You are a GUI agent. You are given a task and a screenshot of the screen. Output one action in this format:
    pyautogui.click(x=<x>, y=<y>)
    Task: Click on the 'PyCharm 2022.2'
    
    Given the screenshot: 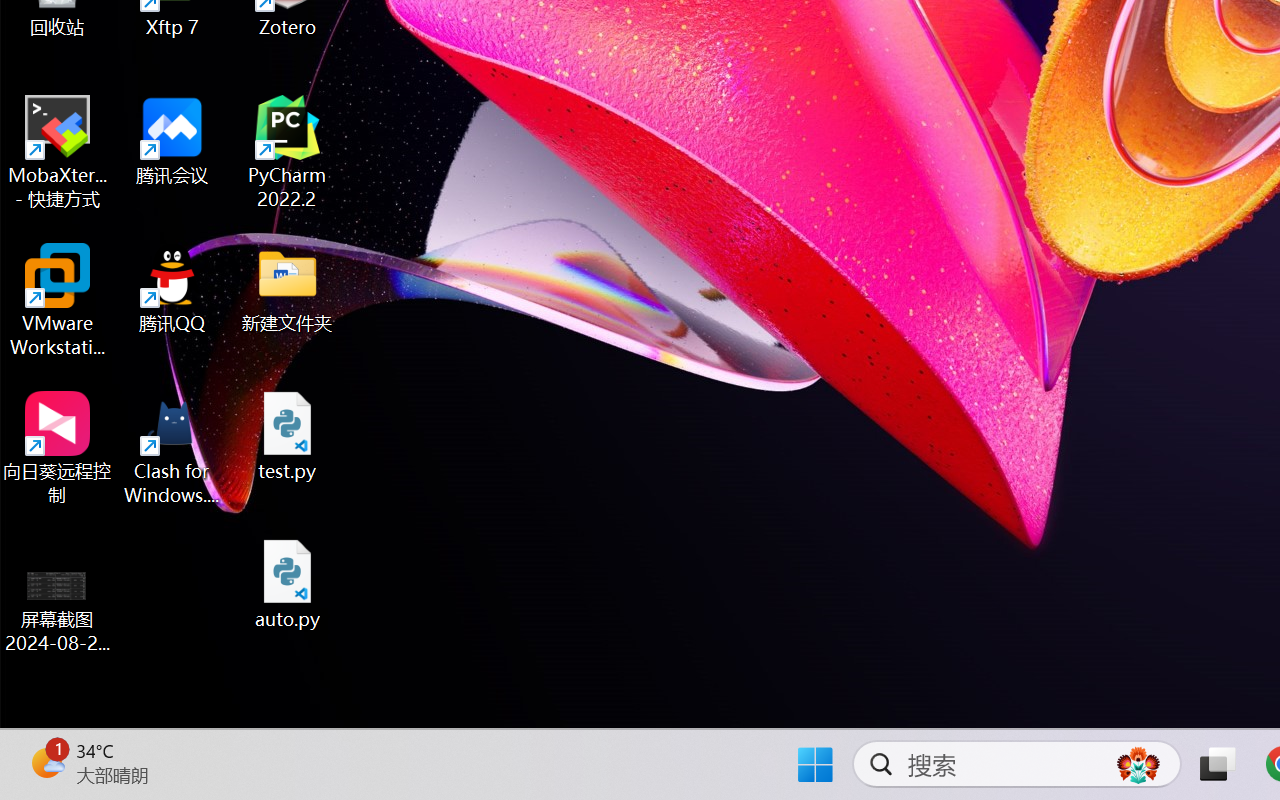 What is the action you would take?
    pyautogui.click(x=287, y=152)
    